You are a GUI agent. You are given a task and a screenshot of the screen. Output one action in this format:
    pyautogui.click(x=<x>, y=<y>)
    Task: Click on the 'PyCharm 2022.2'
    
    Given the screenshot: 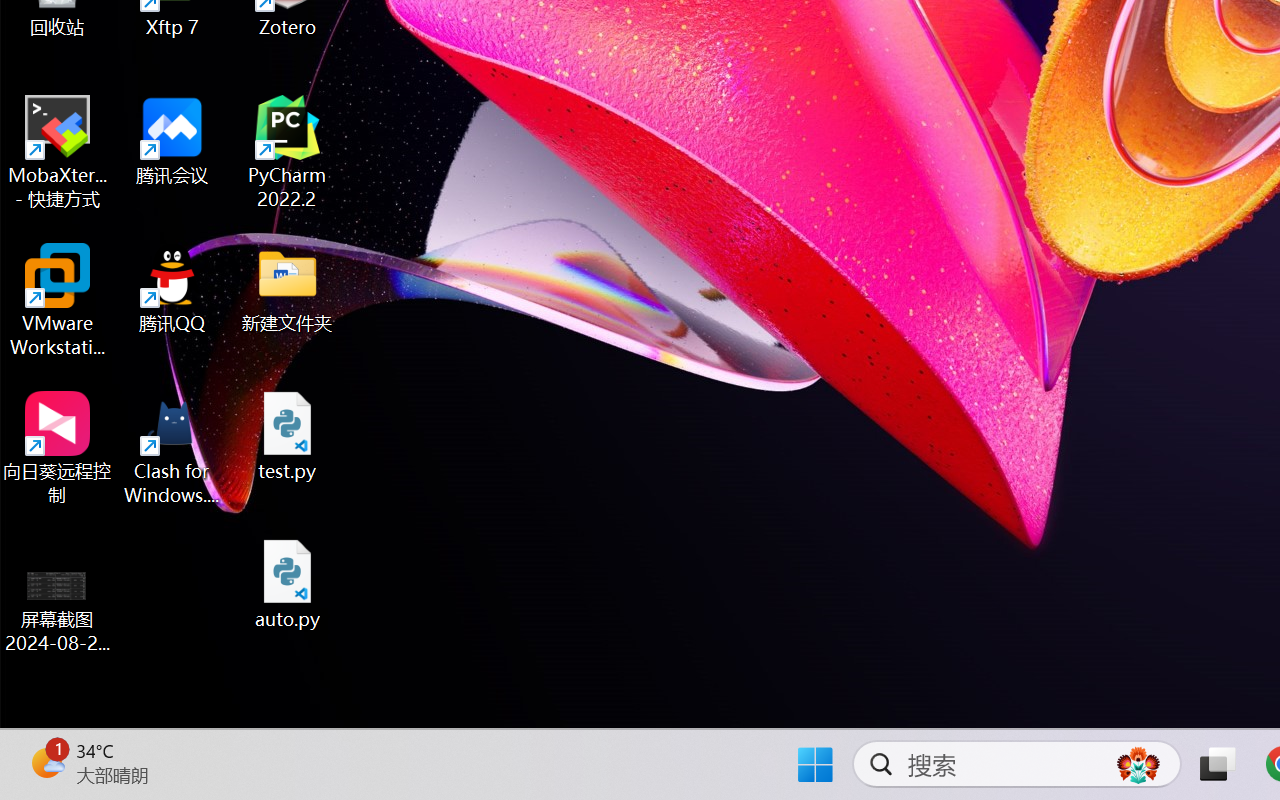 What is the action you would take?
    pyautogui.click(x=287, y=152)
    